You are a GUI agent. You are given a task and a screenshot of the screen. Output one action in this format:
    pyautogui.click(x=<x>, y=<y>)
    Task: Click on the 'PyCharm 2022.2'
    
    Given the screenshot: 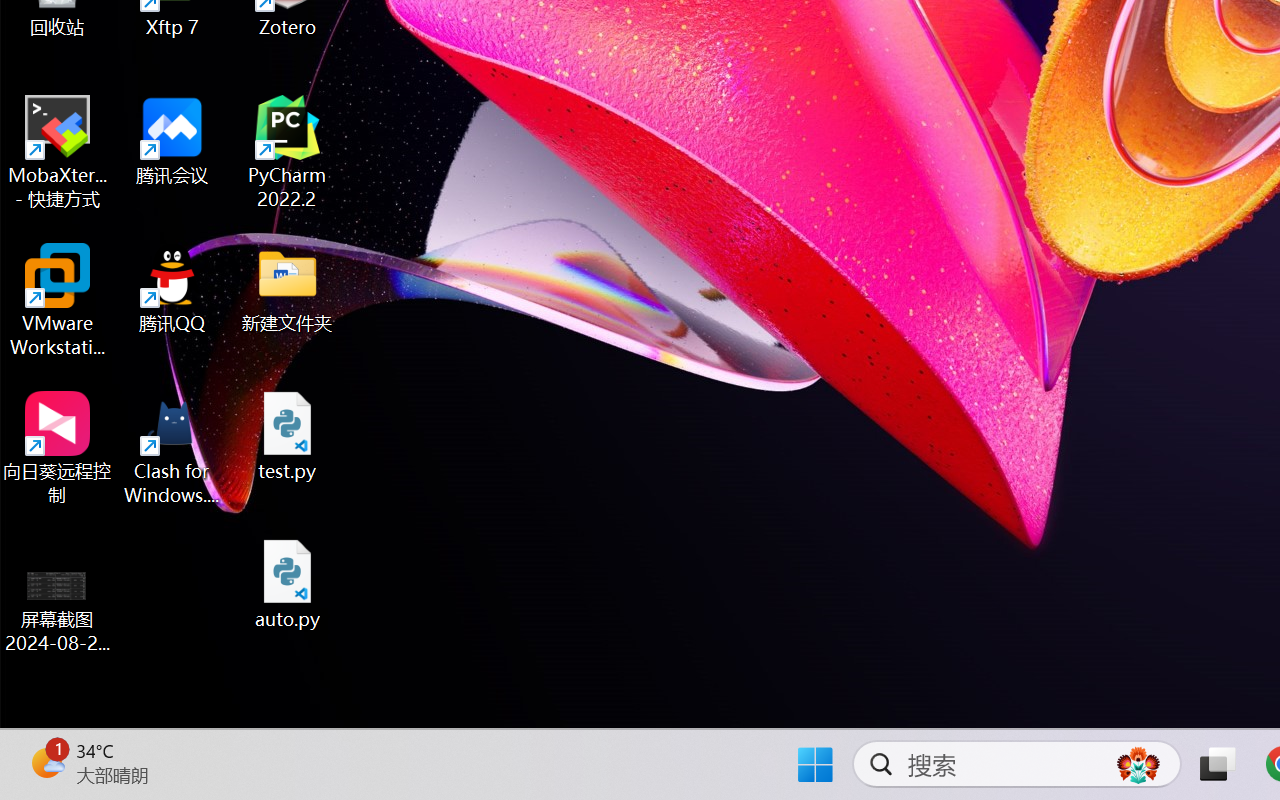 What is the action you would take?
    pyautogui.click(x=287, y=152)
    